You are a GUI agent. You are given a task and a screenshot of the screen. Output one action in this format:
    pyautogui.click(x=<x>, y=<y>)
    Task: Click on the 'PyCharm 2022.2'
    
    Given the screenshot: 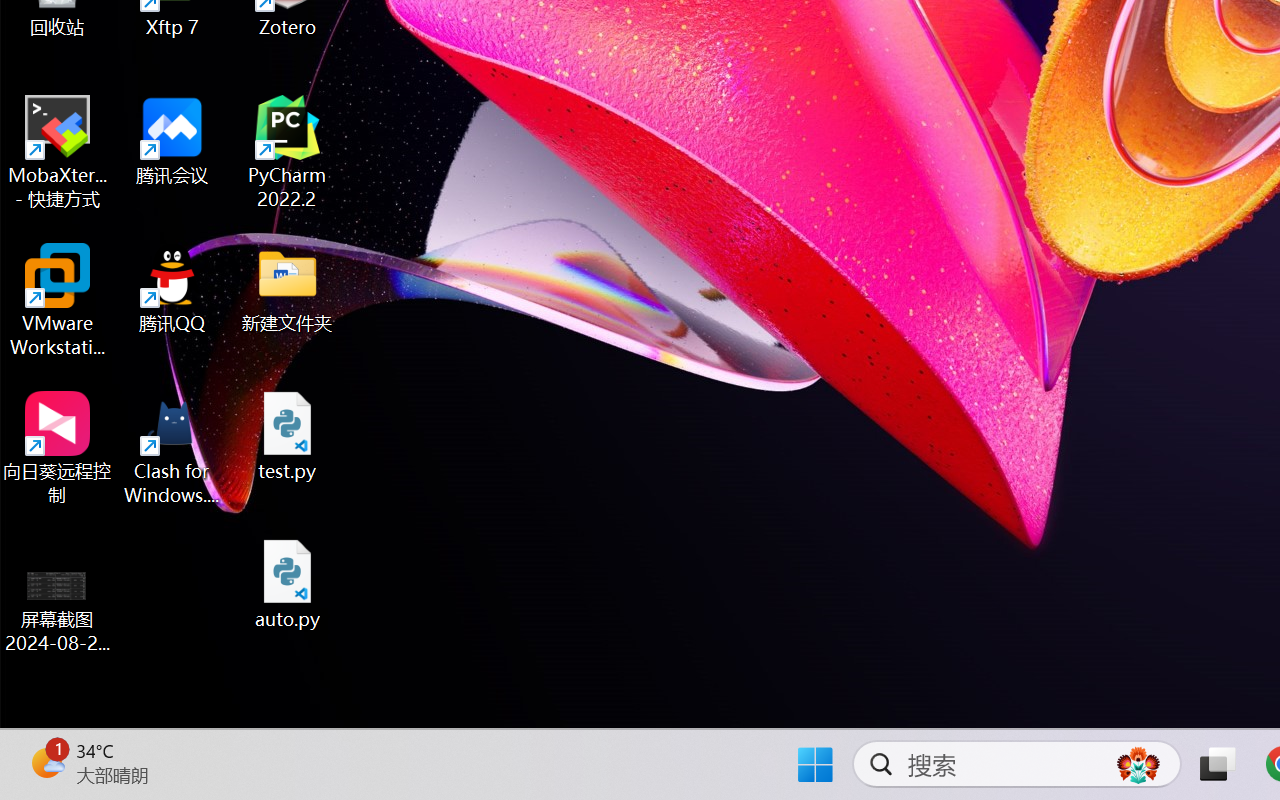 What is the action you would take?
    pyautogui.click(x=287, y=152)
    